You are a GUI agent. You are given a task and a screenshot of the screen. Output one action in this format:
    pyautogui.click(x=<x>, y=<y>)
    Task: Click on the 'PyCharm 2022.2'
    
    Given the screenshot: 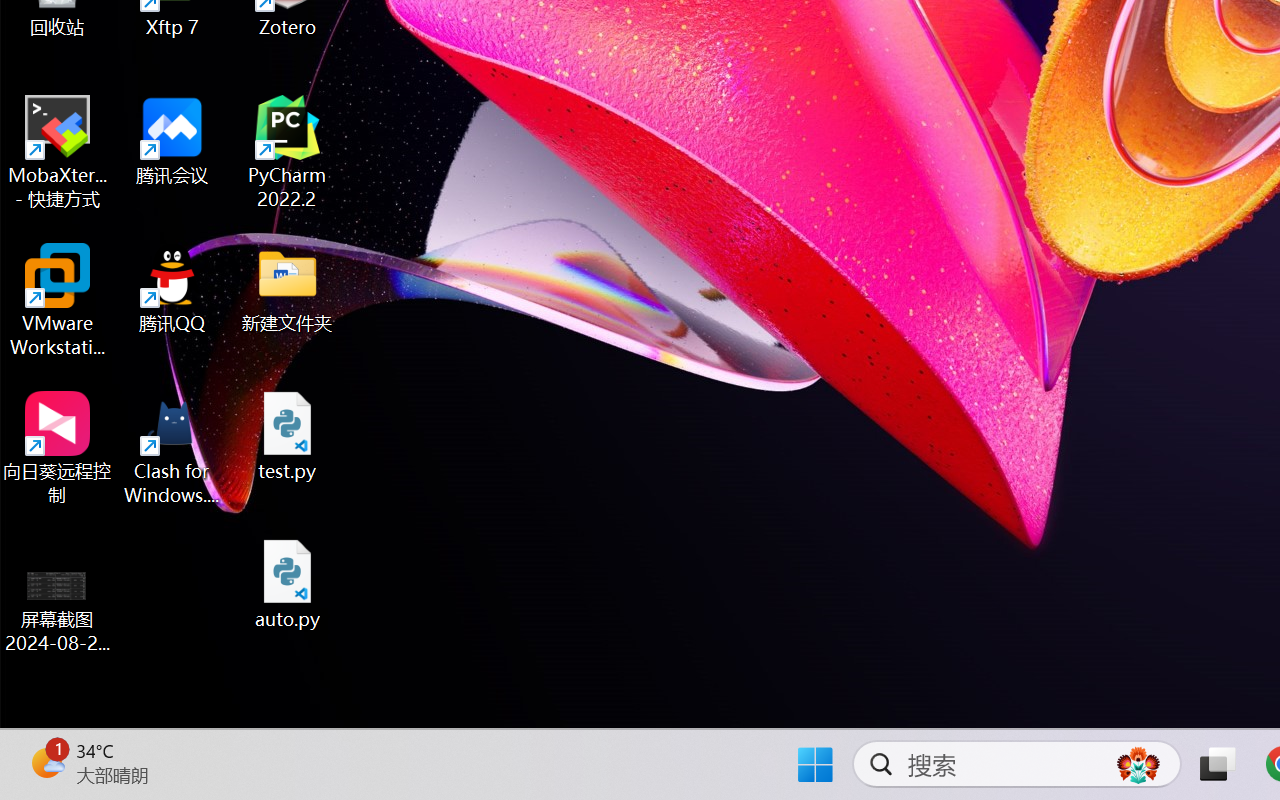 What is the action you would take?
    pyautogui.click(x=287, y=152)
    